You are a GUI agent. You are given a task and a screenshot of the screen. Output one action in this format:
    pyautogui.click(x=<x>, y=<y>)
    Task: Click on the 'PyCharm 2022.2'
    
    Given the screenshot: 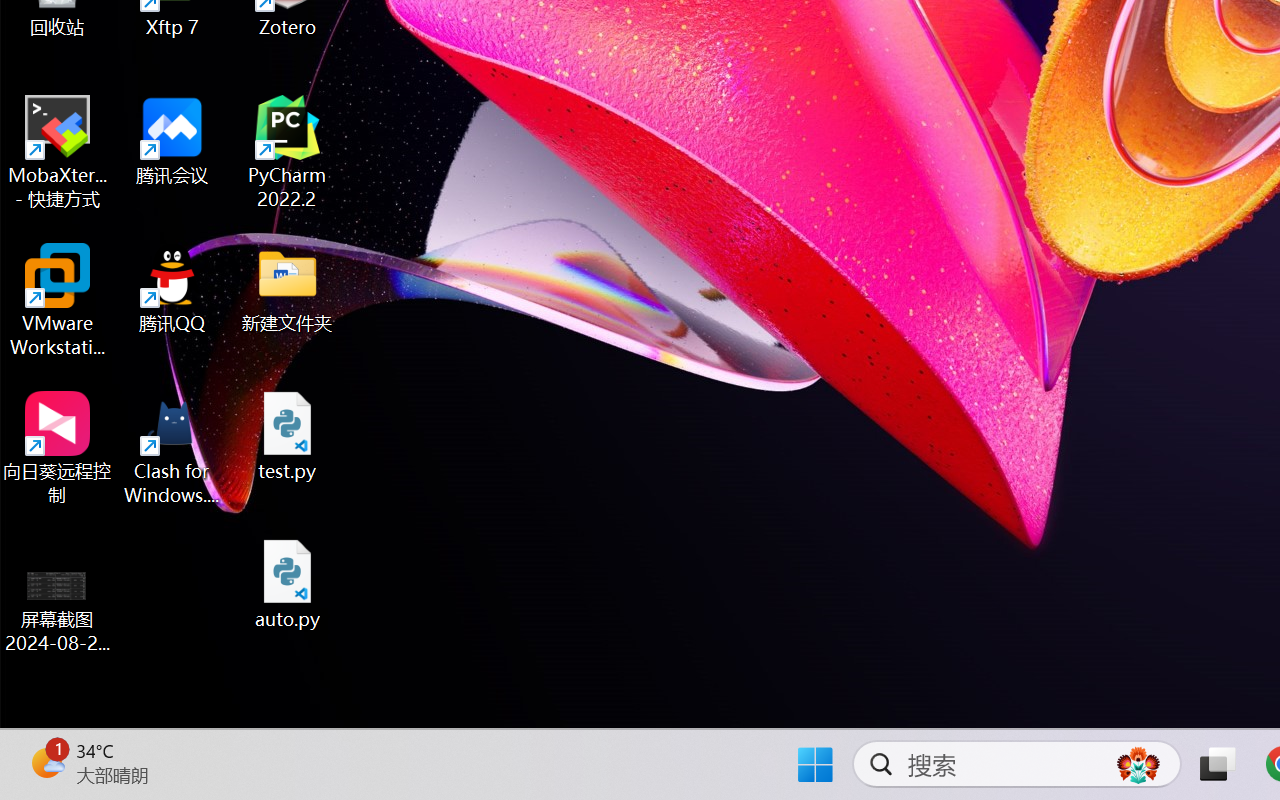 What is the action you would take?
    pyautogui.click(x=287, y=152)
    